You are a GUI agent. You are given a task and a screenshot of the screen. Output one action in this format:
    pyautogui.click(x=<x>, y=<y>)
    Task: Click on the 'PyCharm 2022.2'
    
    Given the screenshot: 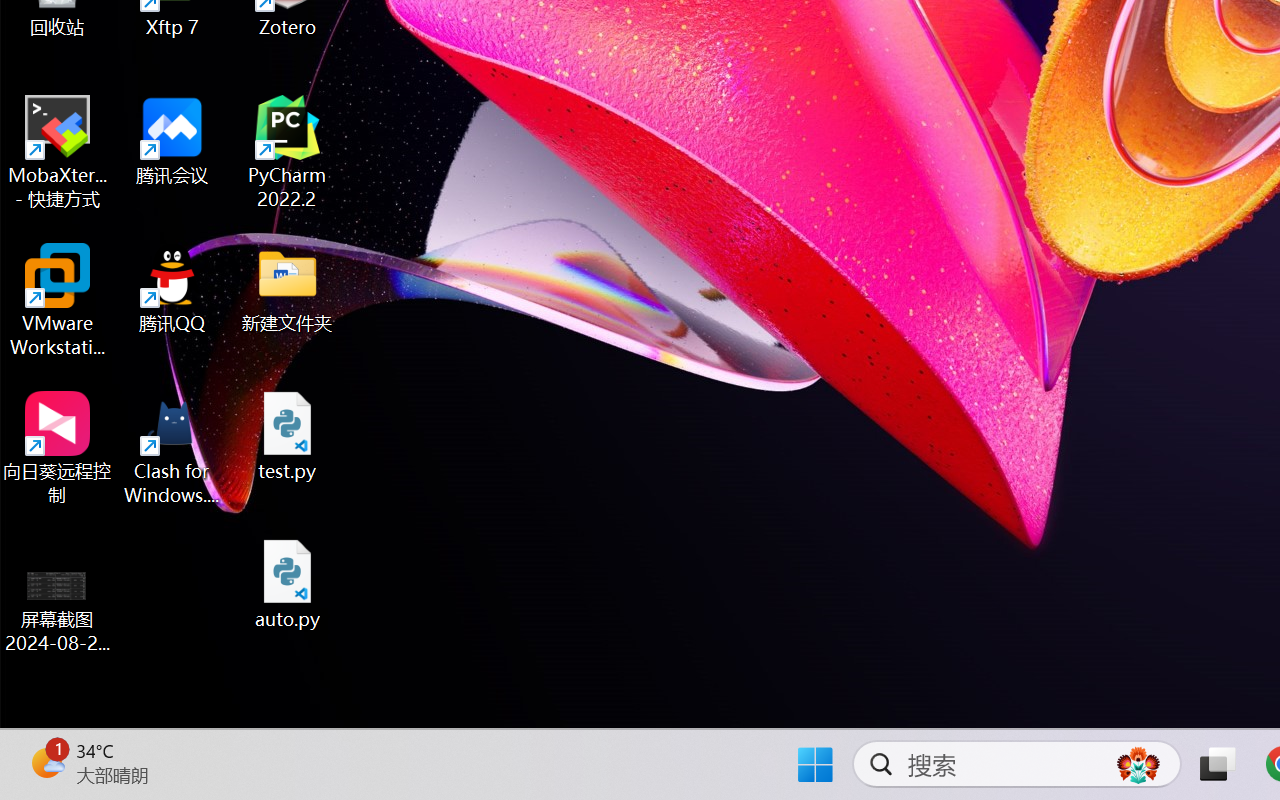 What is the action you would take?
    pyautogui.click(x=287, y=152)
    